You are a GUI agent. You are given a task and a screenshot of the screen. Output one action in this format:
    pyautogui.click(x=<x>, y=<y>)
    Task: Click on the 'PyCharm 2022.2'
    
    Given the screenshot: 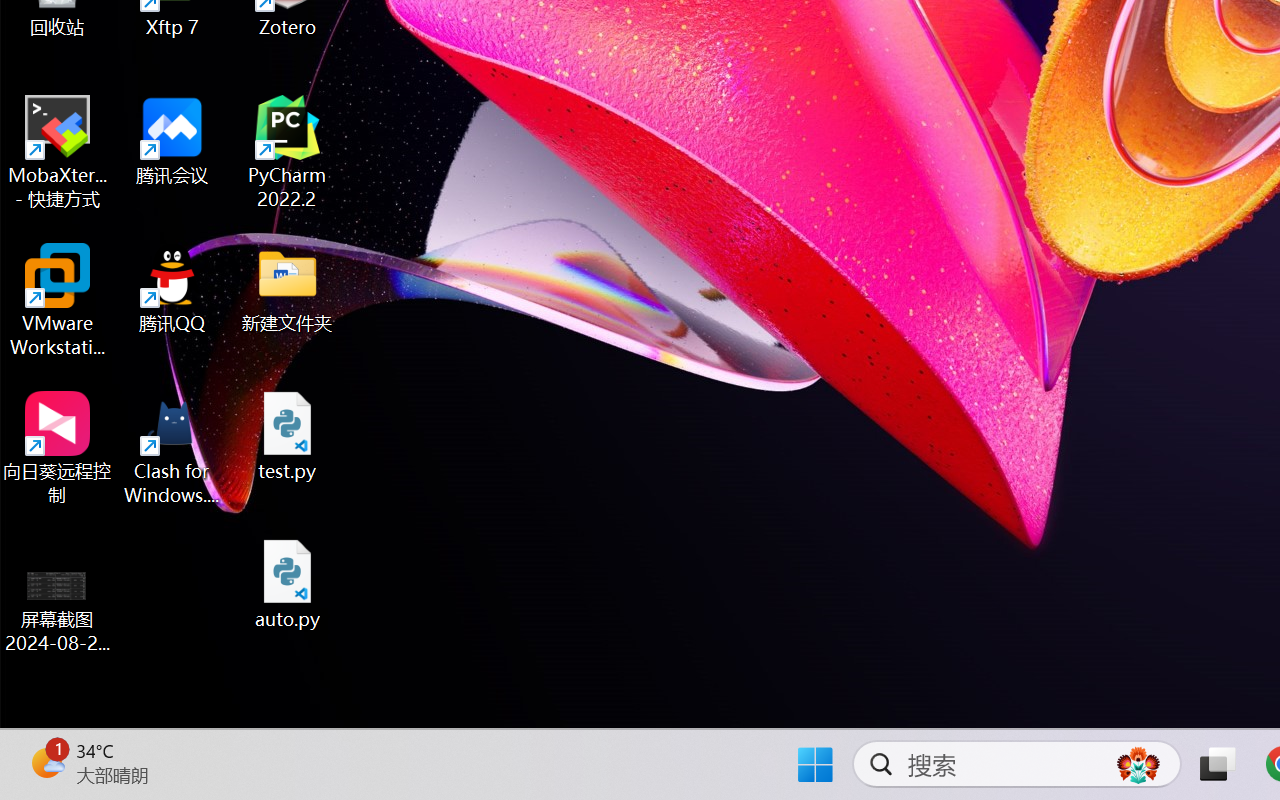 What is the action you would take?
    pyautogui.click(x=287, y=152)
    